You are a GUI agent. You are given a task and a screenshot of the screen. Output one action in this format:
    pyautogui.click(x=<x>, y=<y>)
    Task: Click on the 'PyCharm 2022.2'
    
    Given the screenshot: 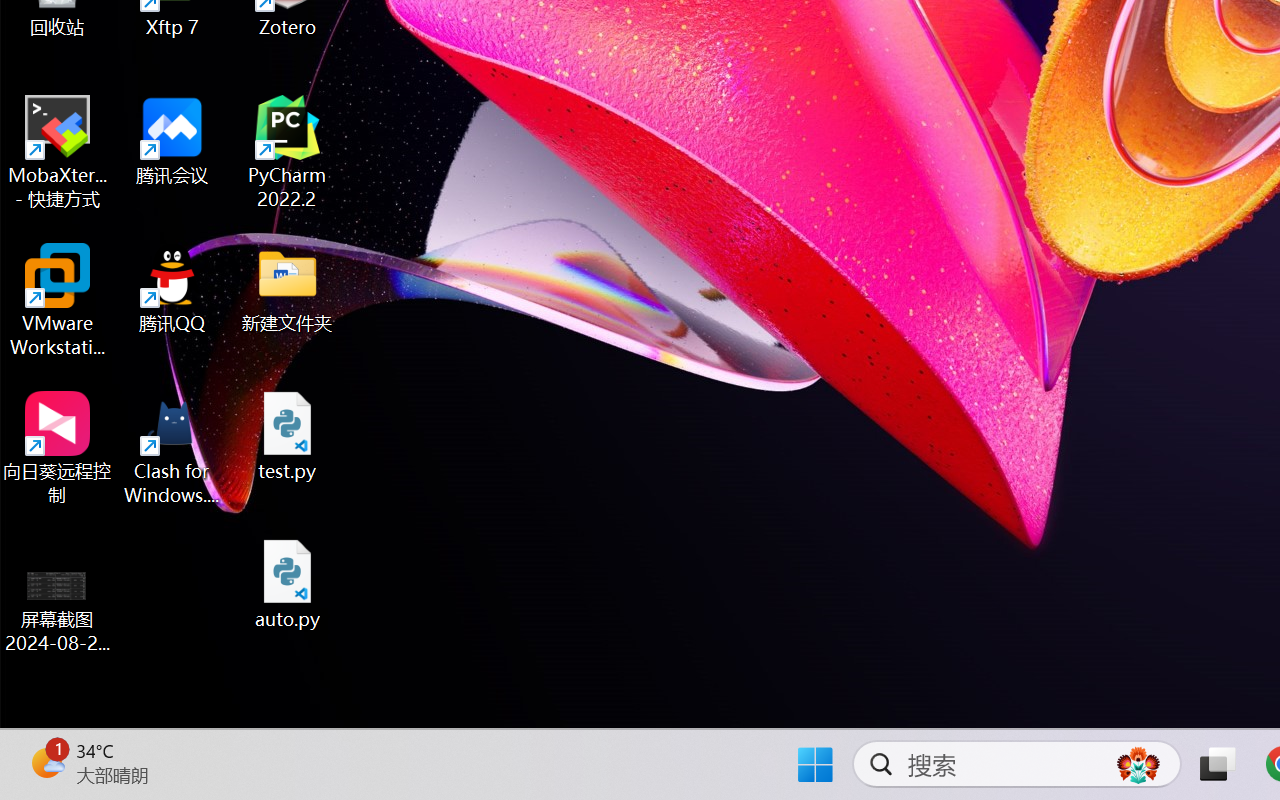 What is the action you would take?
    pyautogui.click(x=287, y=152)
    